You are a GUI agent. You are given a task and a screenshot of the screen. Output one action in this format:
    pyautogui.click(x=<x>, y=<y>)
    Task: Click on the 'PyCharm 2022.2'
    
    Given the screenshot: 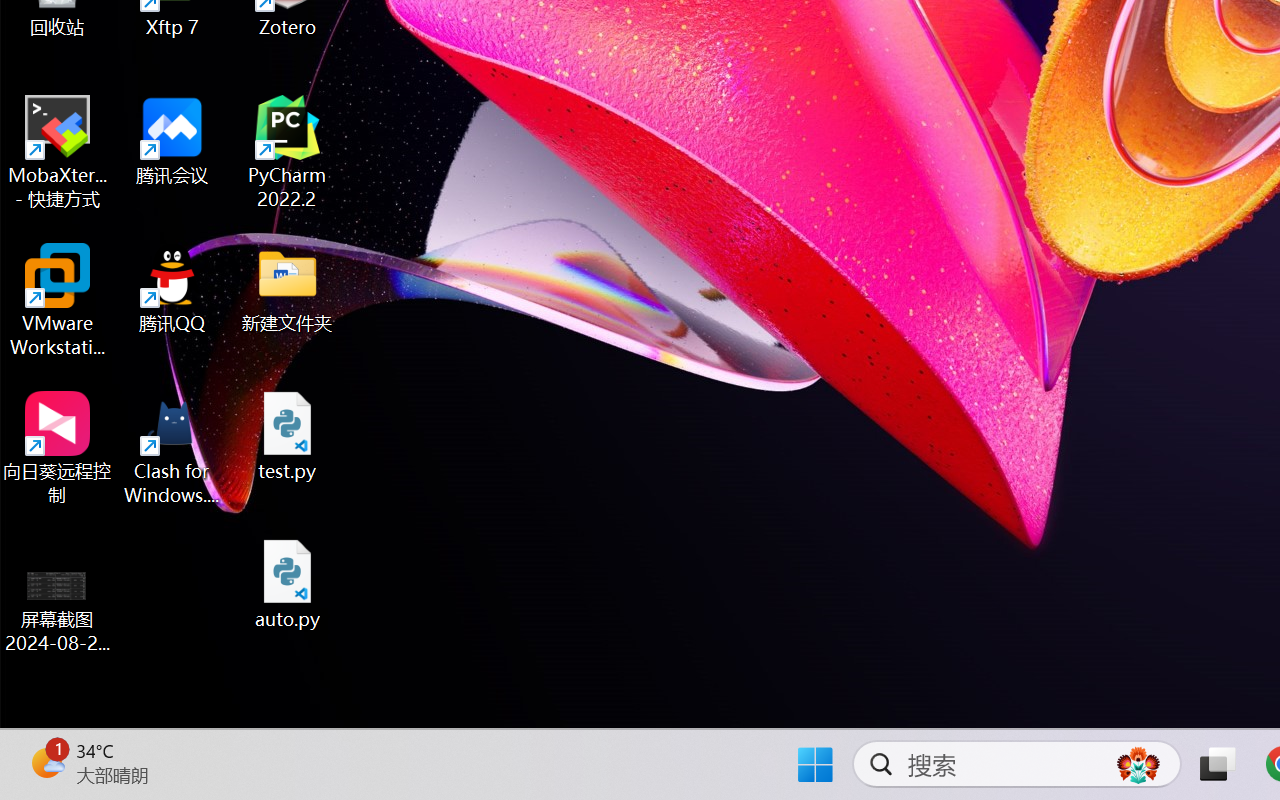 What is the action you would take?
    pyautogui.click(x=287, y=152)
    